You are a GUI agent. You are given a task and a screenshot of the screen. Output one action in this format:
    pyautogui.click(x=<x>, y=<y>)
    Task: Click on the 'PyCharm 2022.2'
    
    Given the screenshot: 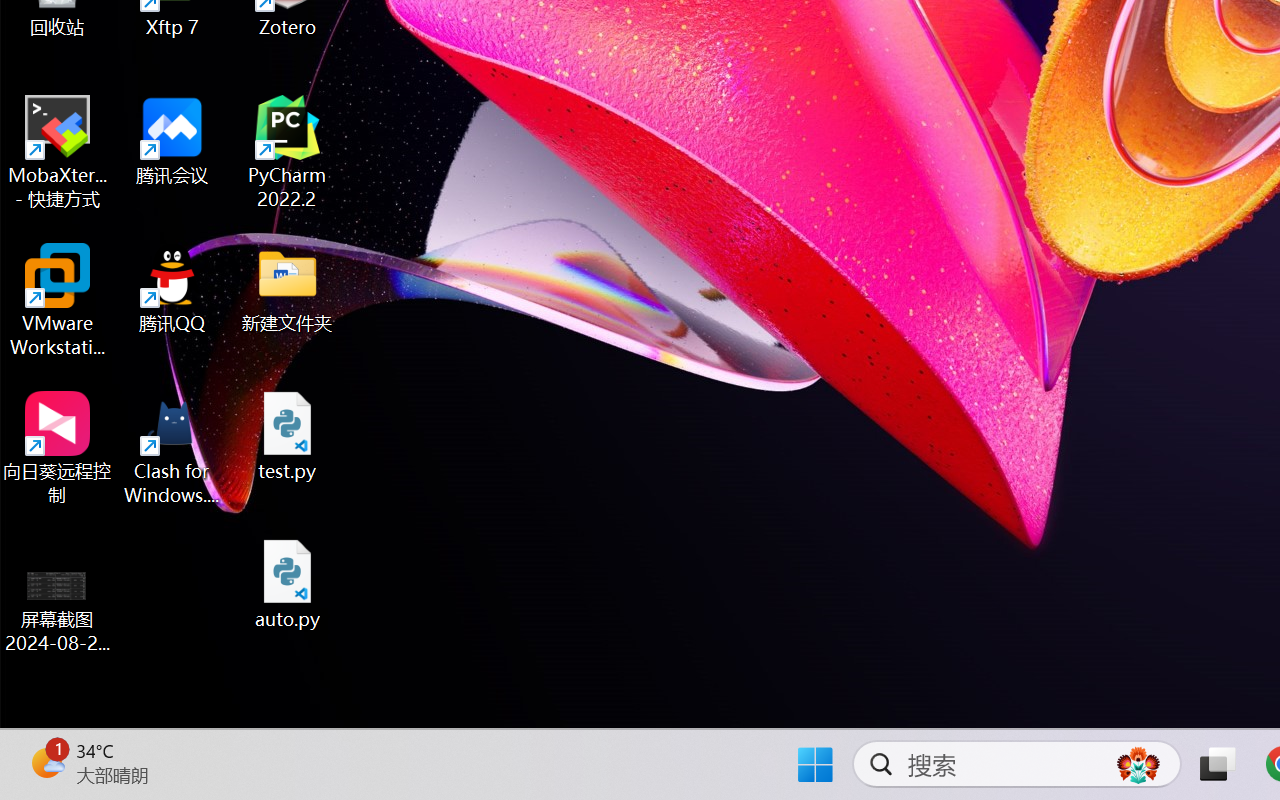 What is the action you would take?
    pyautogui.click(x=287, y=152)
    